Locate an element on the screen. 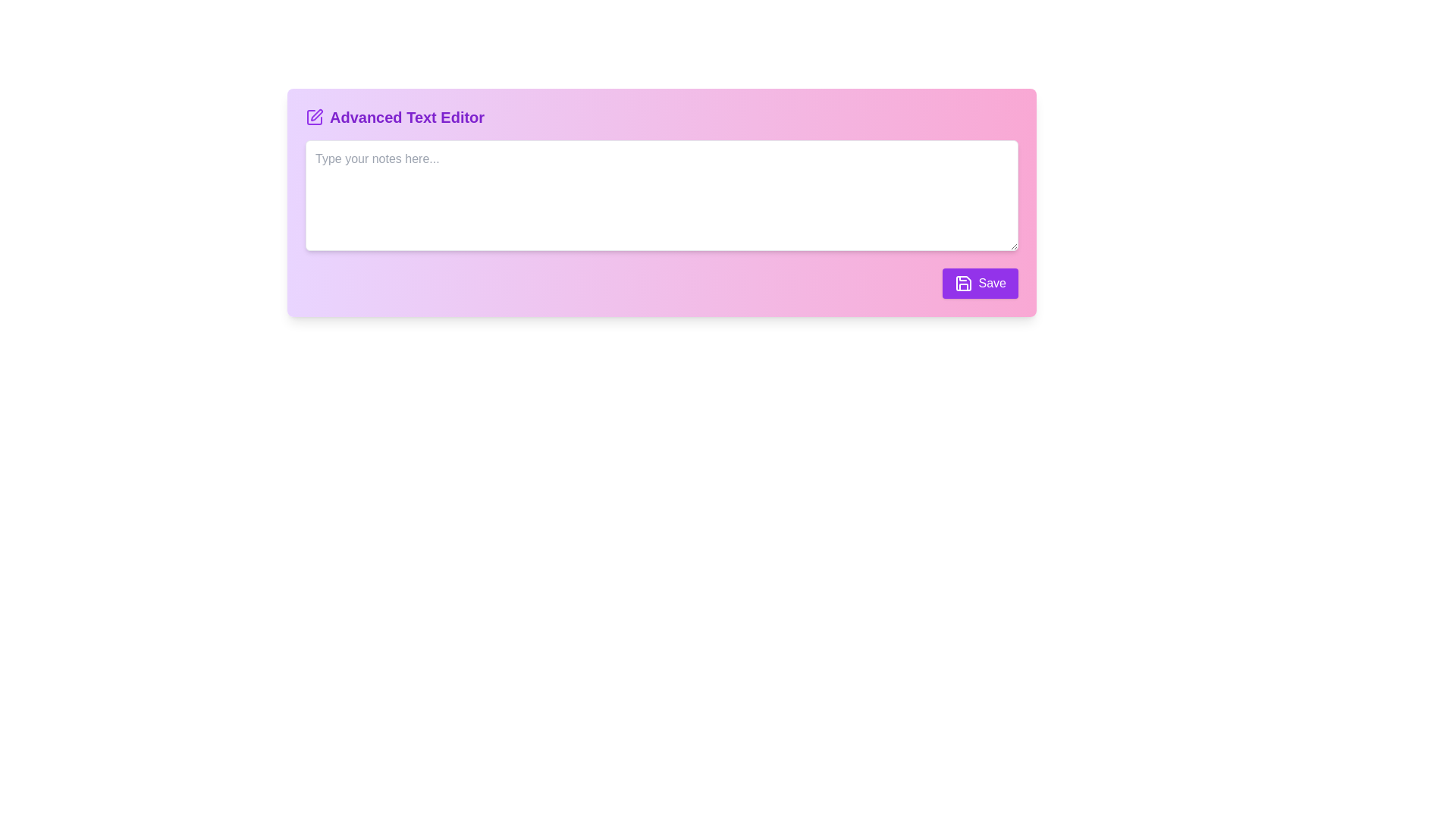 The width and height of the screenshot is (1456, 819). the edit icon represented within the SVG graphic, which is located above the 'Advanced Text Editor' label is located at coordinates (315, 114).